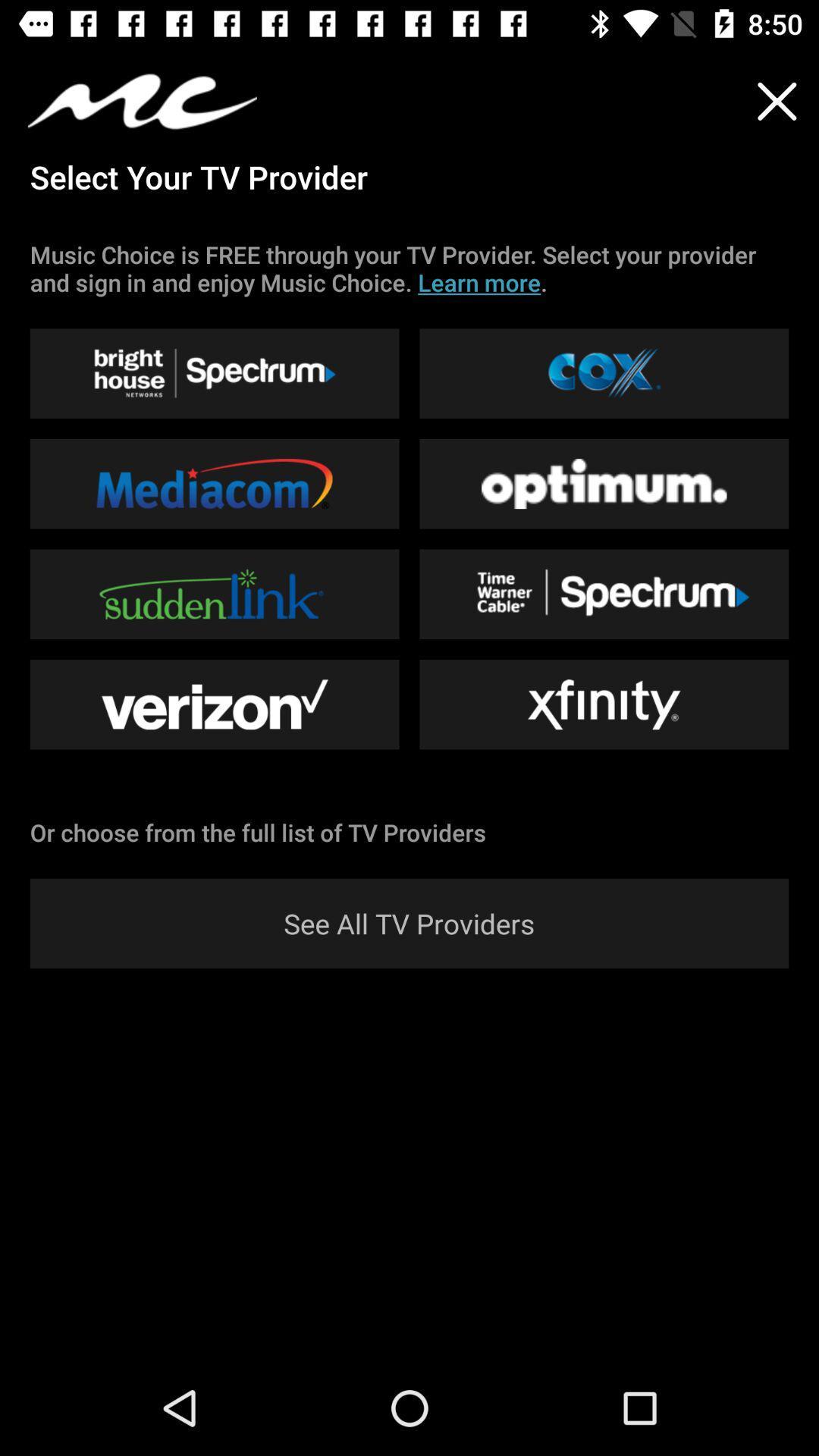  Describe the element at coordinates (409, 268) in the screenshot. I see `music choice is` at that location.